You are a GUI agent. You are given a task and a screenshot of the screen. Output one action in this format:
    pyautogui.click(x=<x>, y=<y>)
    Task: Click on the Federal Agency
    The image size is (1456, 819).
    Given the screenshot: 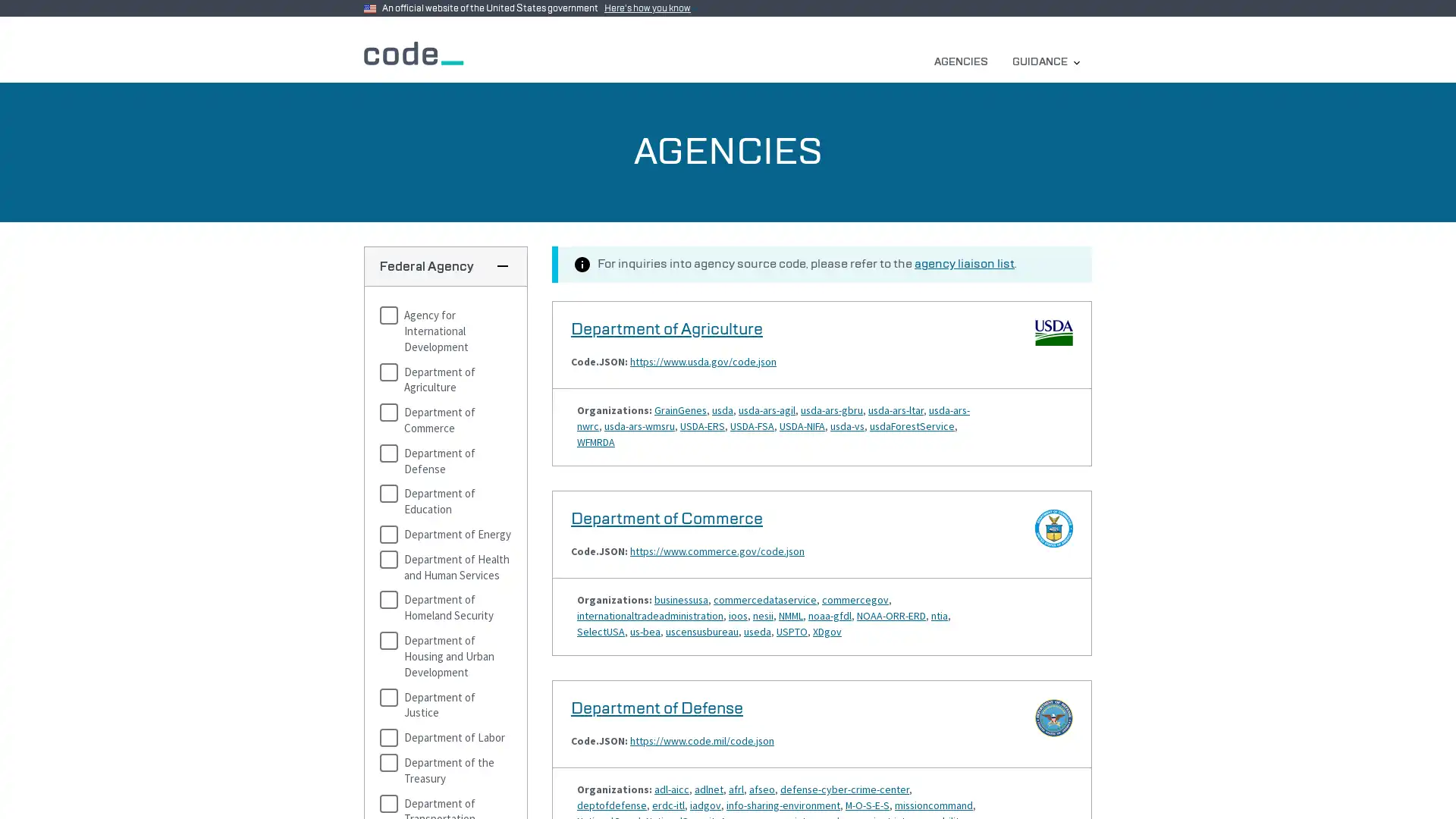 What is the action you would take?
    pyautogui.click(x=445, y=265)
    